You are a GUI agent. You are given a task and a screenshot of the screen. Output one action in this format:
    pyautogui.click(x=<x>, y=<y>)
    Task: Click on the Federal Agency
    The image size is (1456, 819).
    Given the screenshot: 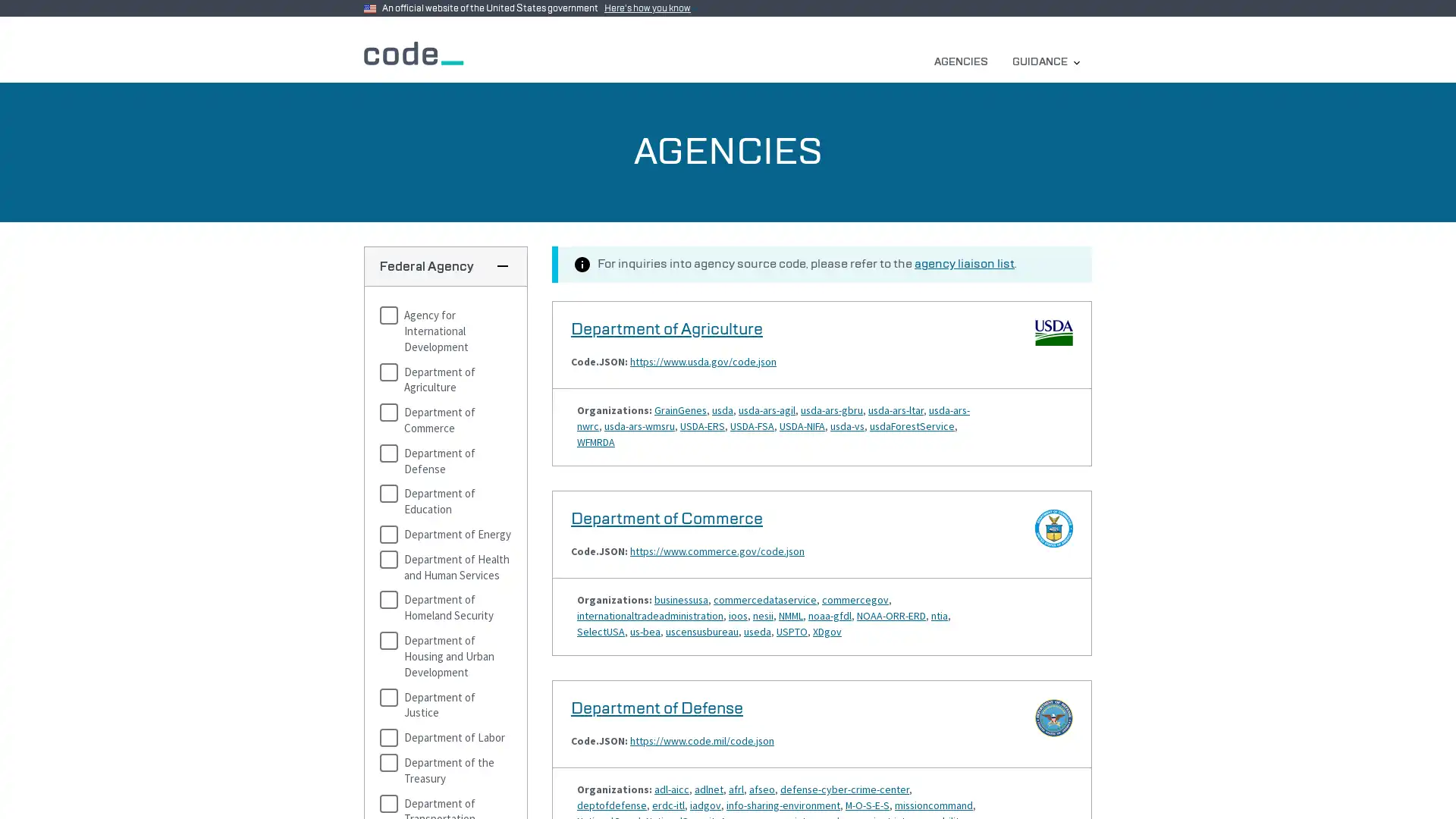 What is the action you would take?
    pyautogui.click(x=445, y=265)
    